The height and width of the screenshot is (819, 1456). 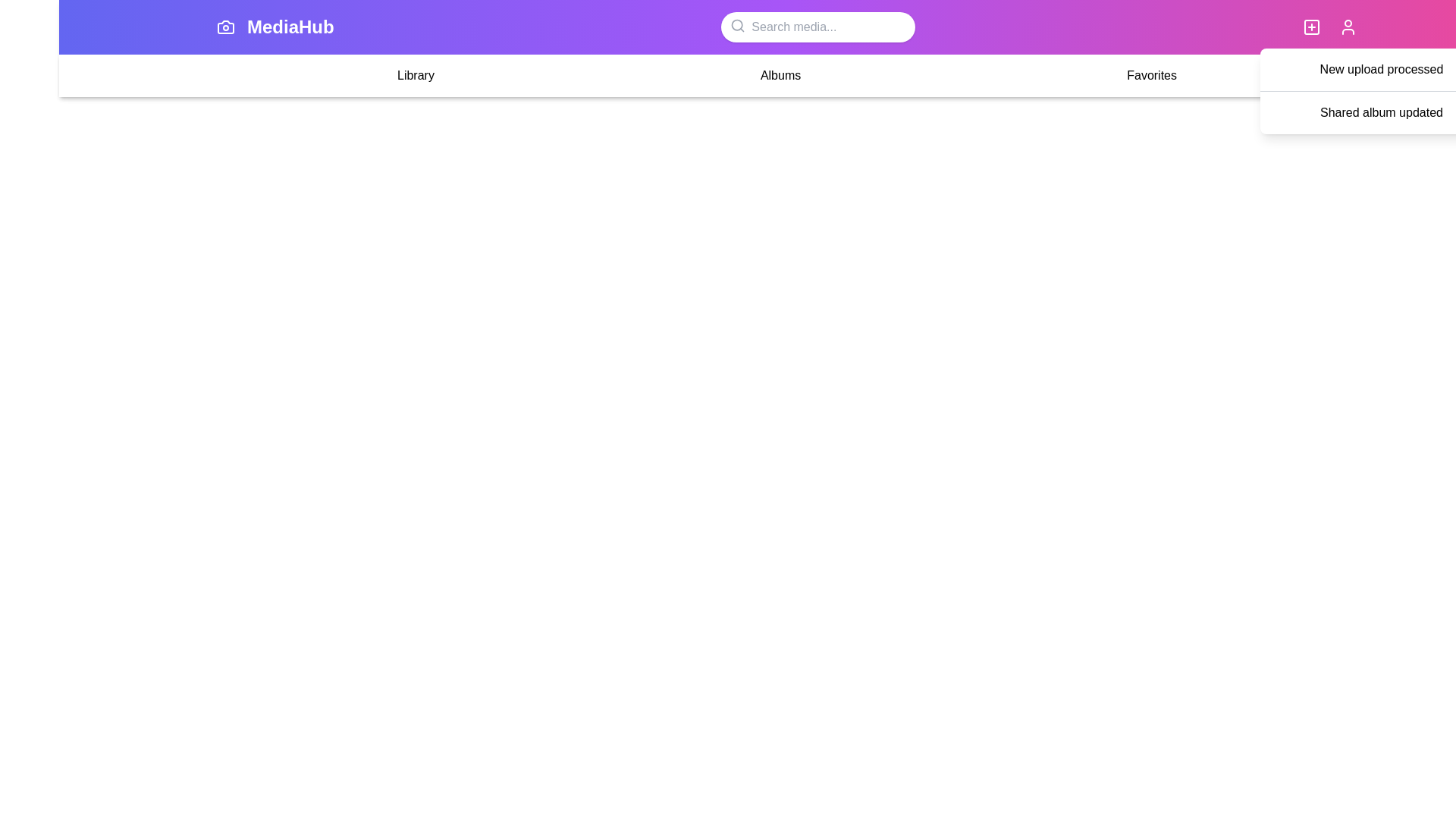 What do you see at coordinates (224, 27) in the screenshot?
I see `the camera icon to navigate to the media capture section` at bounding box center [224, 27].